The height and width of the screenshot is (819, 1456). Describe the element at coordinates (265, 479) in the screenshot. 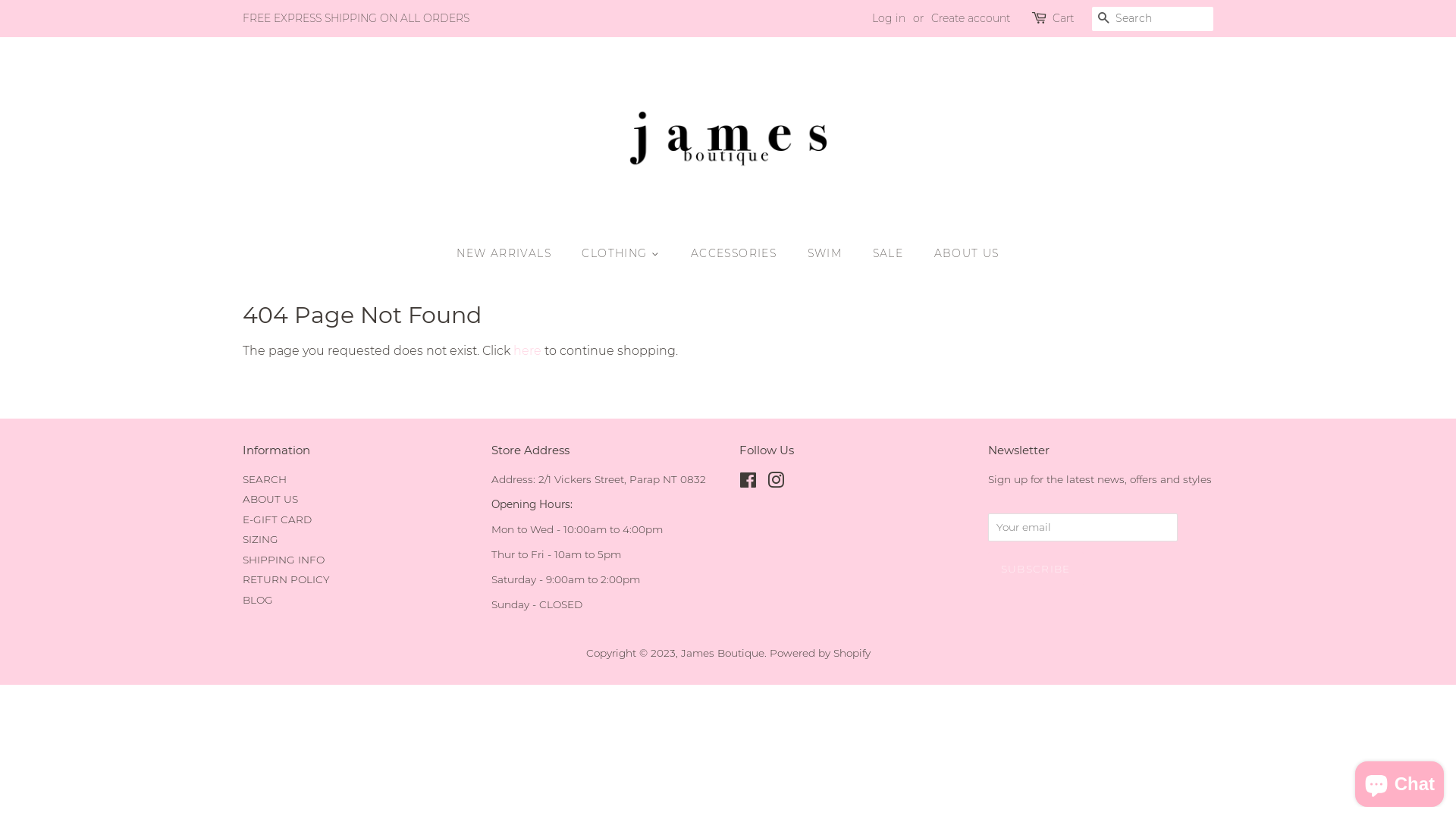

I see `'SEARCH'` at that location.